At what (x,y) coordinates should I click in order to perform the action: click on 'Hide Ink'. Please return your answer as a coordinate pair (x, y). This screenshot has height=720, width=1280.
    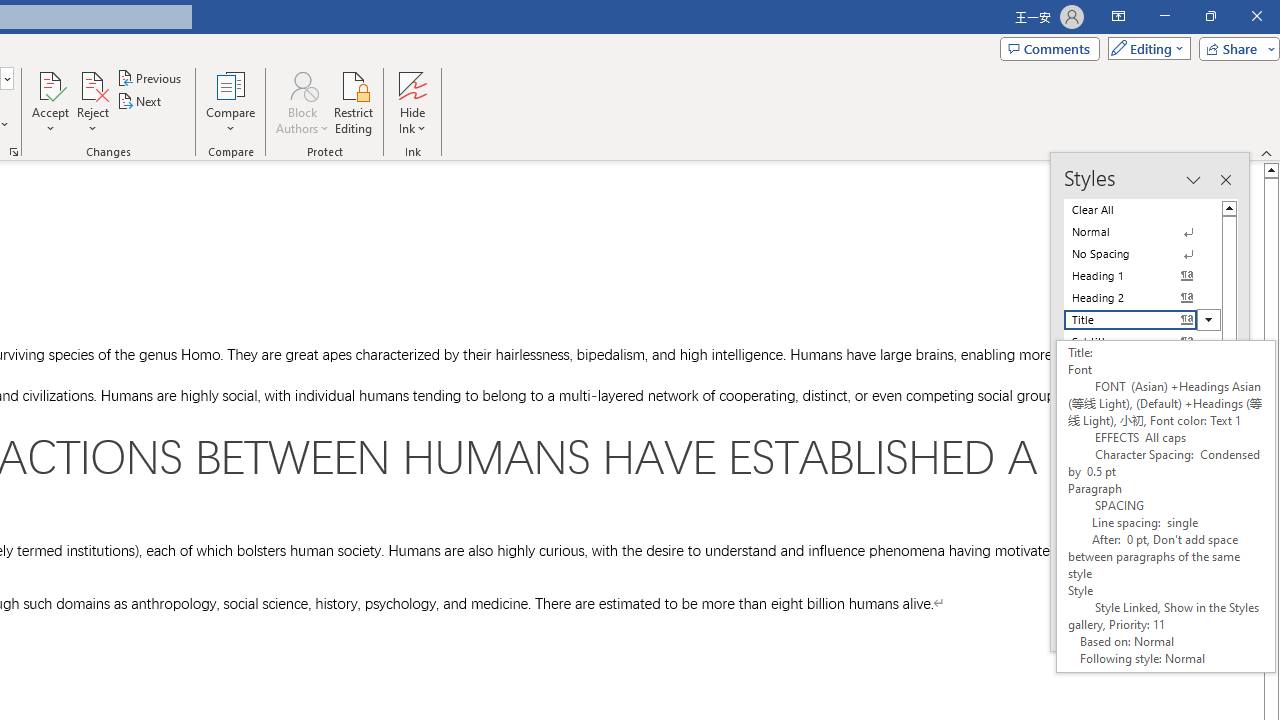
    Looking at the image, I should click on (411, 84).